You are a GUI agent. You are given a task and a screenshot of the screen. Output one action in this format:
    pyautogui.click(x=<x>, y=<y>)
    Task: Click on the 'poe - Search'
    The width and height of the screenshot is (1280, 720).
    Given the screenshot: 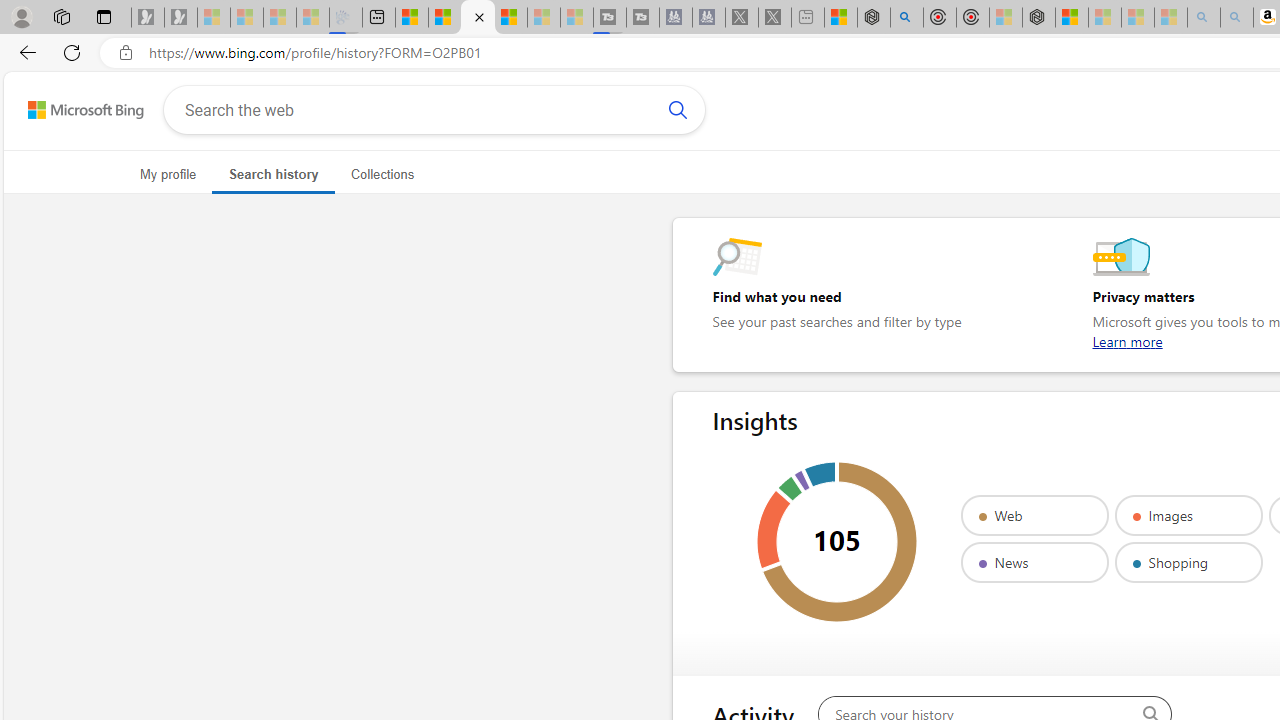 What is the action you would take?
    pyautogui.click(x=905, y=17)
    